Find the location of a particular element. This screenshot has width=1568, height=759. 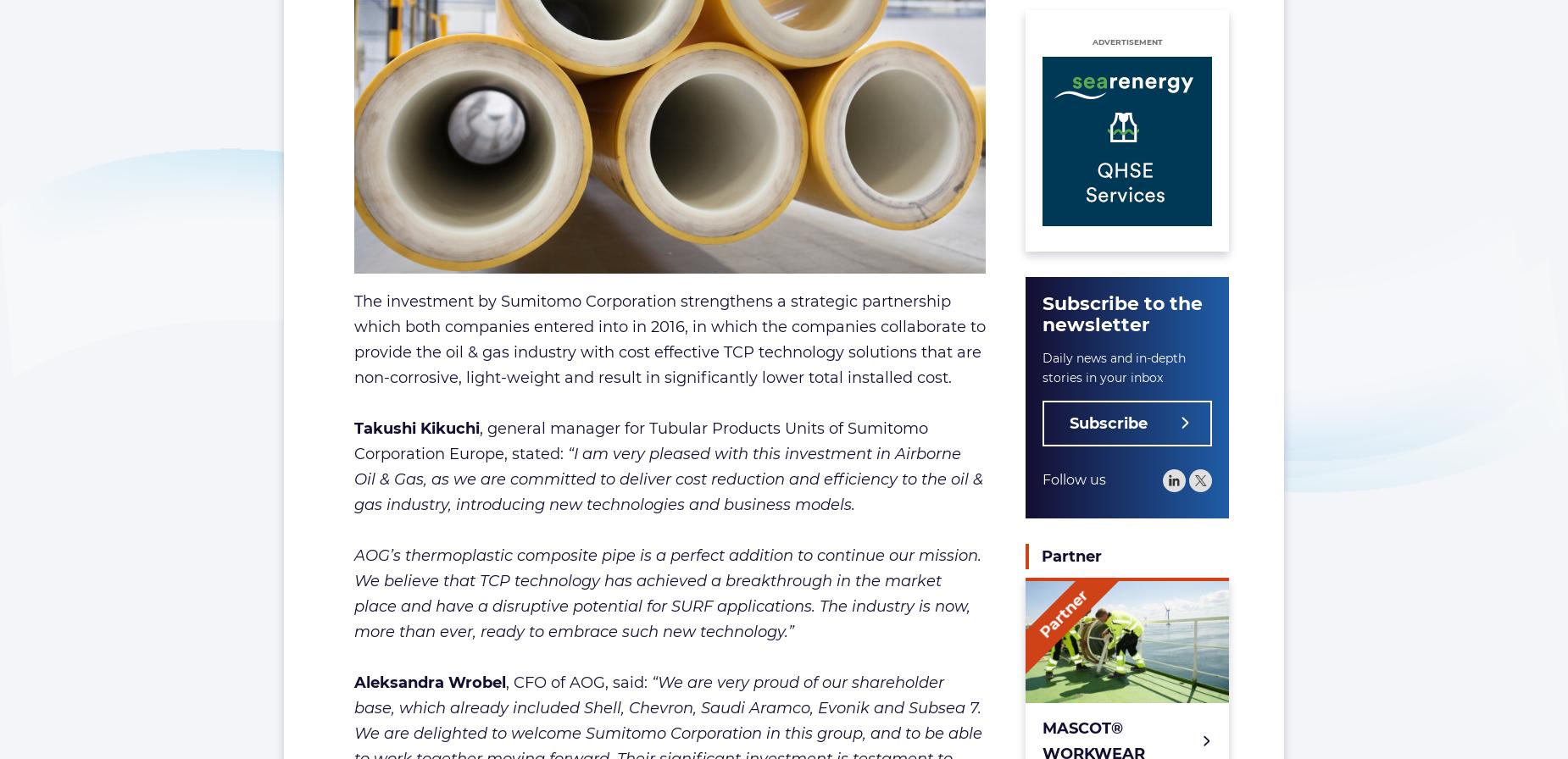

'The investment by Sumitomo Corporation strengthens a strategic partnership which both companies entered into in 2016, in which the companies collaborate to provide the oil & gas industry with cost effective TCP technology solutions that are non-corrosive, light-weight and result in significantly lower total installed cost.' is located at coordinates (669, 338).